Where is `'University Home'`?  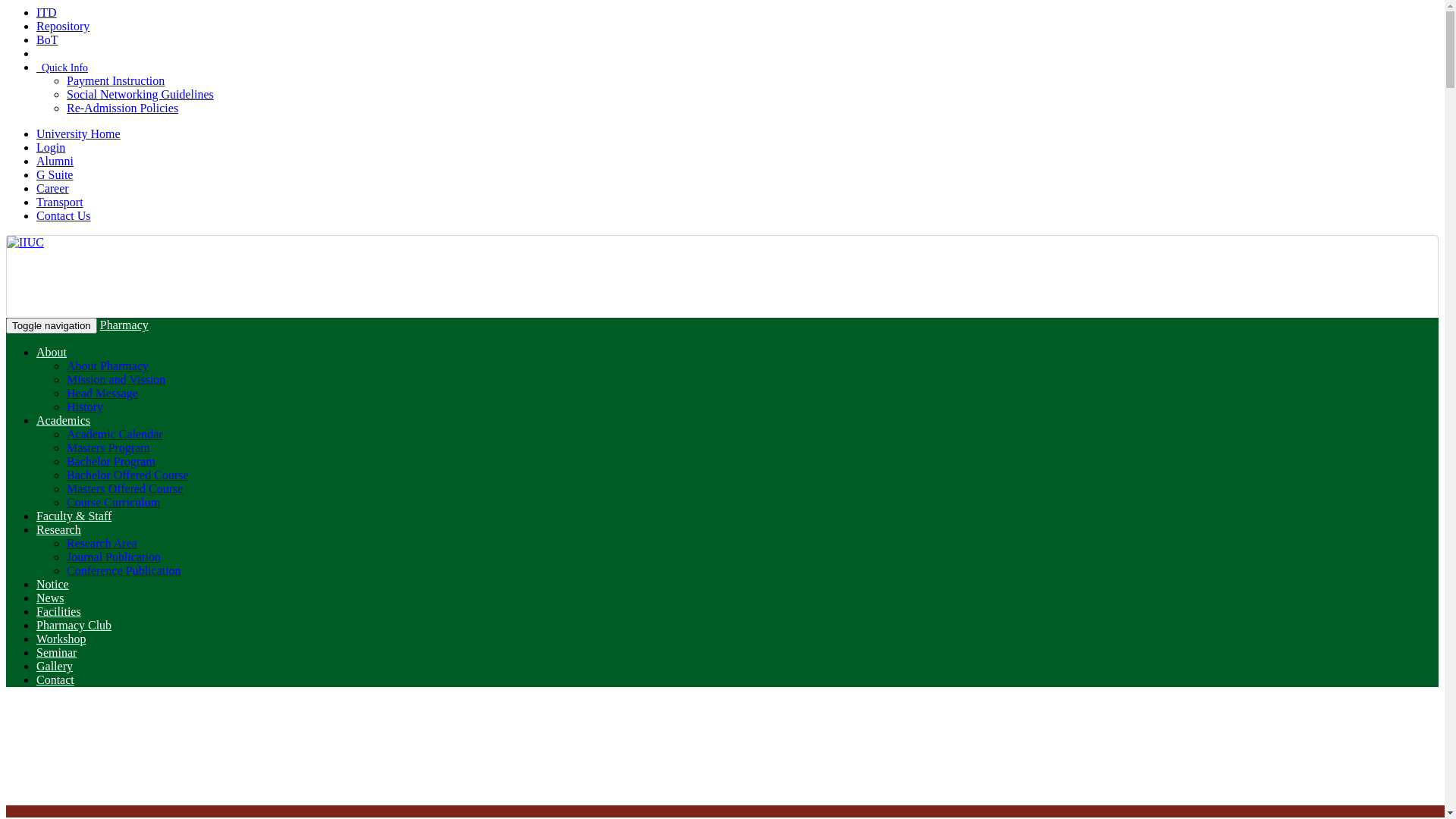
'University Home' is located at coordinates (36, 133).